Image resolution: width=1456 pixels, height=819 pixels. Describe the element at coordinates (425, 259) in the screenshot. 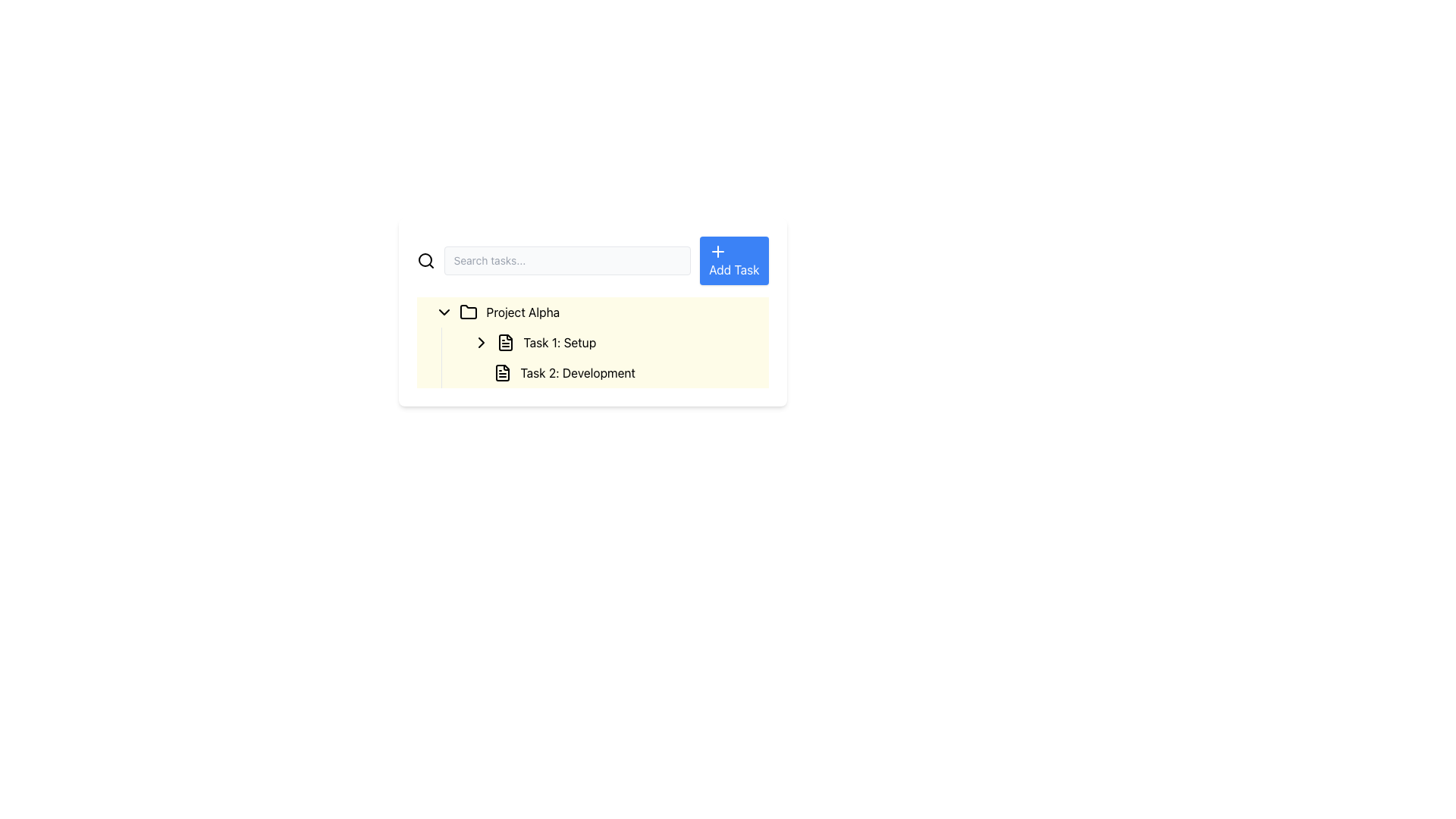

I see `the search function icon, which is the first element in the row next to the search input field` at that location.